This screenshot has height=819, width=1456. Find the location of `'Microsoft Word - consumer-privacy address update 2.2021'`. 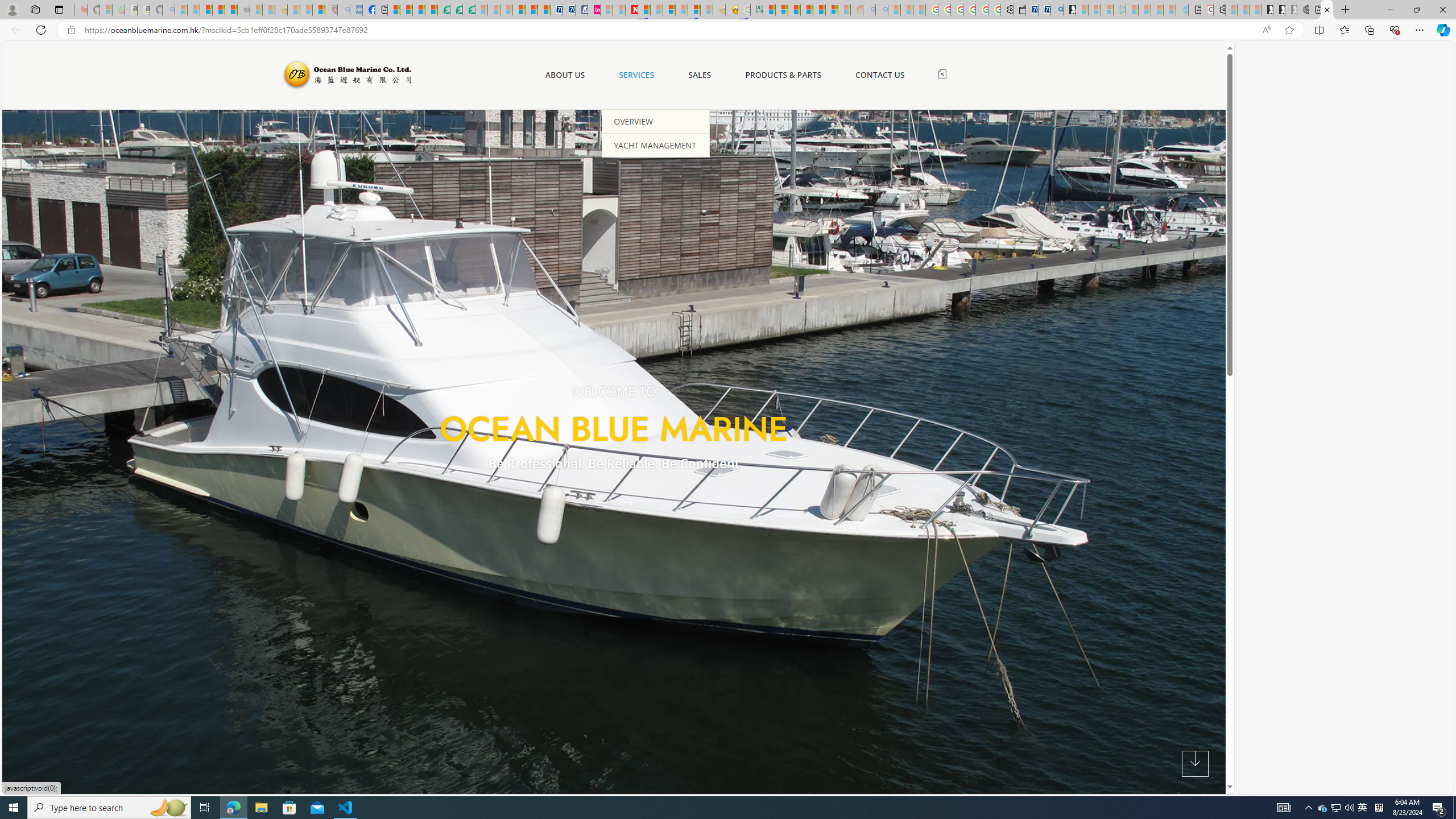

'Microsoft Word - consumer-privacy address update 2.2021' is located at coordinates (468, 9).